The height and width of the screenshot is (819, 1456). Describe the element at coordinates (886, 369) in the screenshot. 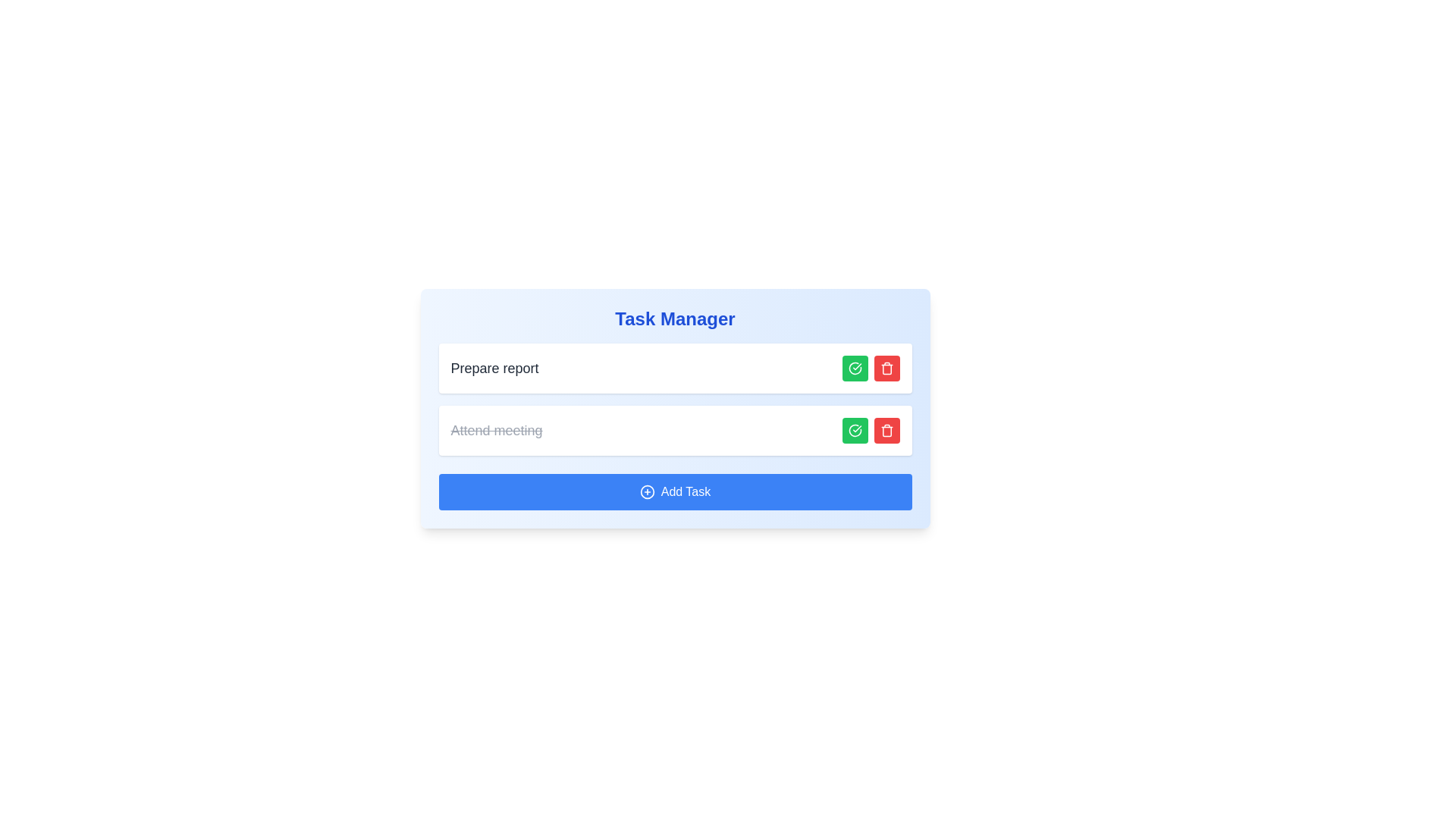

I see `the delete icon button located to the far right of the 'Prepare report' task entry` at that location.